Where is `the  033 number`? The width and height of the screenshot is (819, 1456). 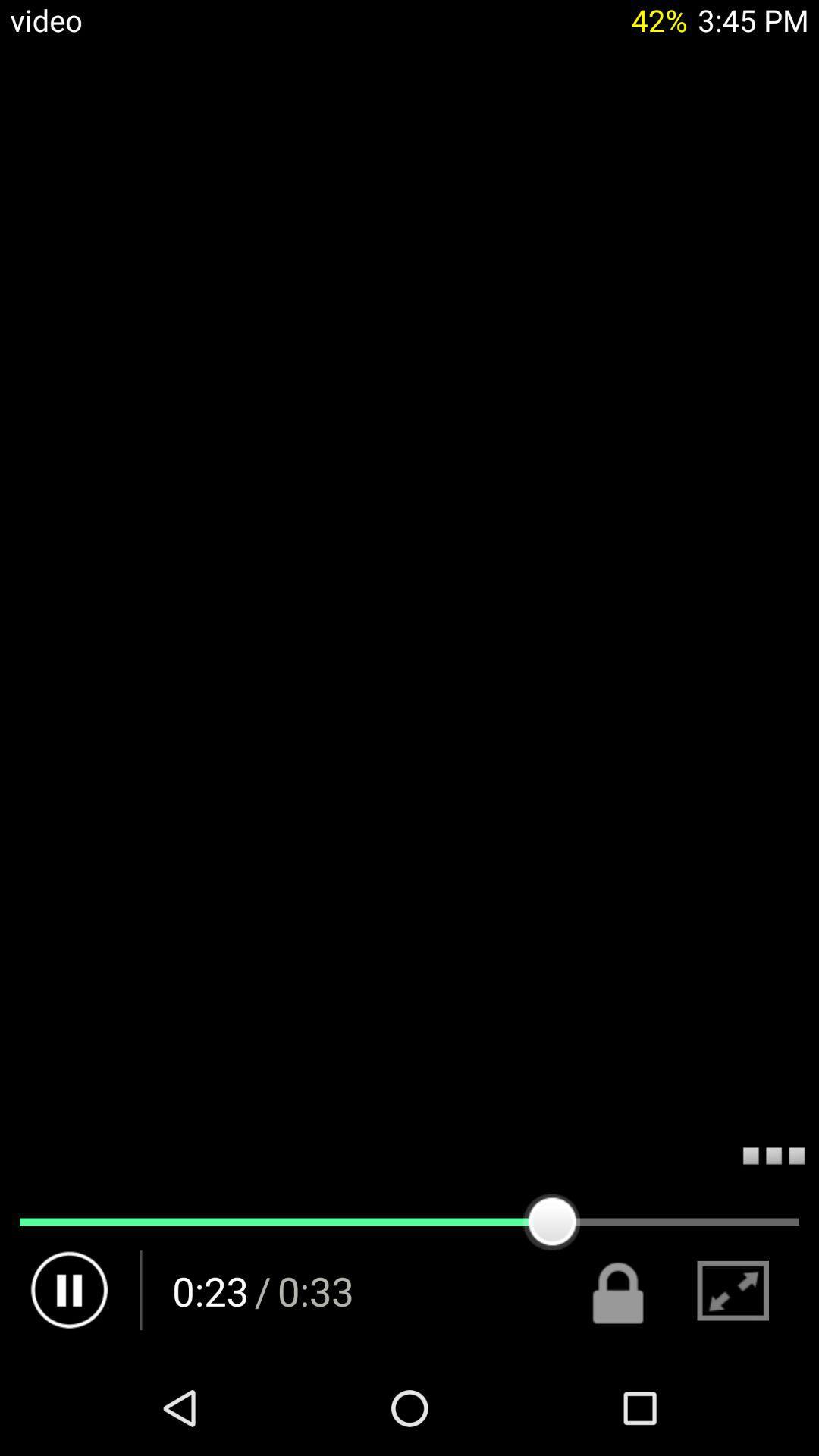 the  033 number is located at coordinates (315, 1290).